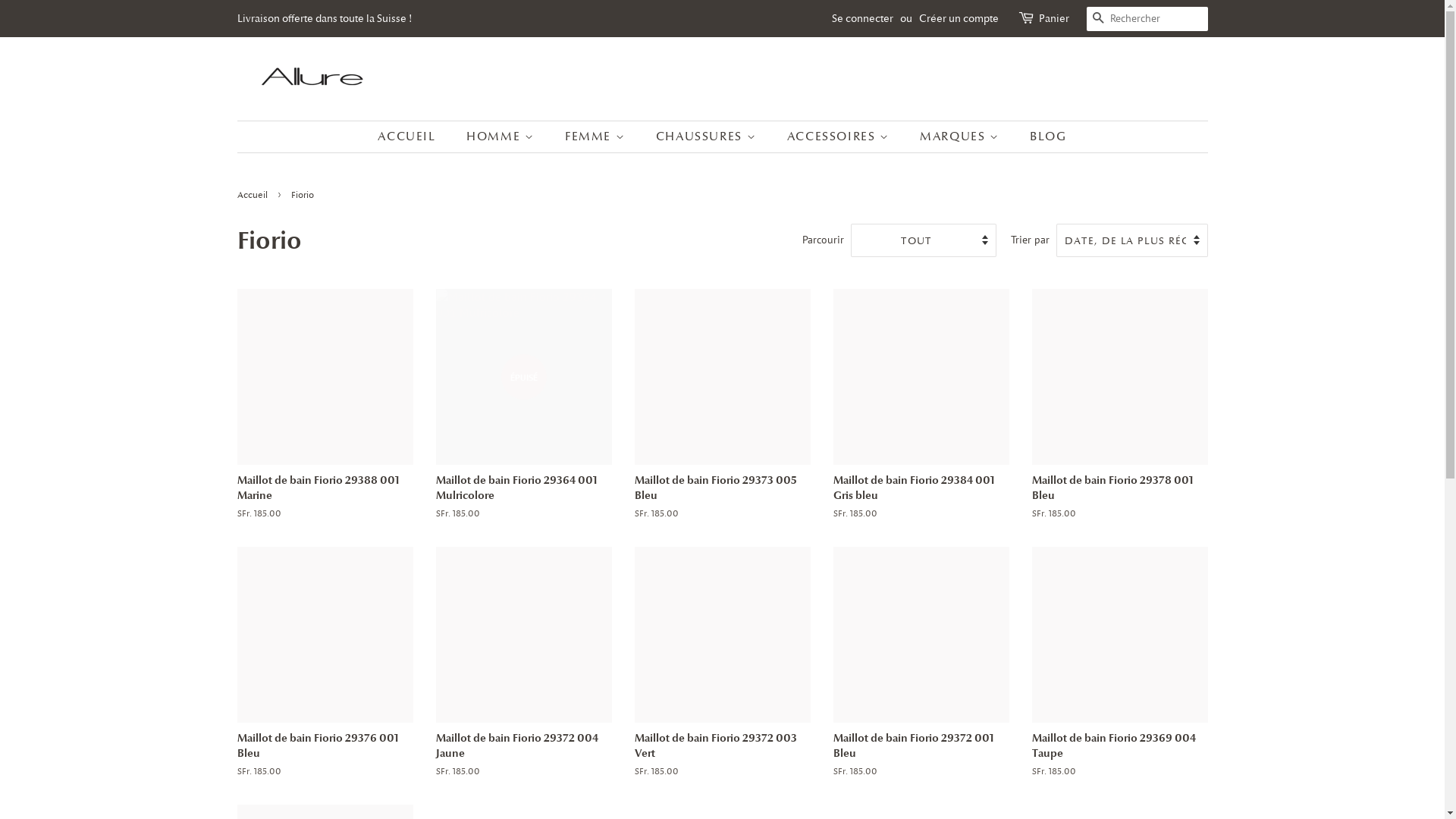 Image resolution: width=1456 pixels, height=819 pixels. Describe the element at coordinates (1098, 19) in the screenshot. I see `'RECHERCHE'` at that location.